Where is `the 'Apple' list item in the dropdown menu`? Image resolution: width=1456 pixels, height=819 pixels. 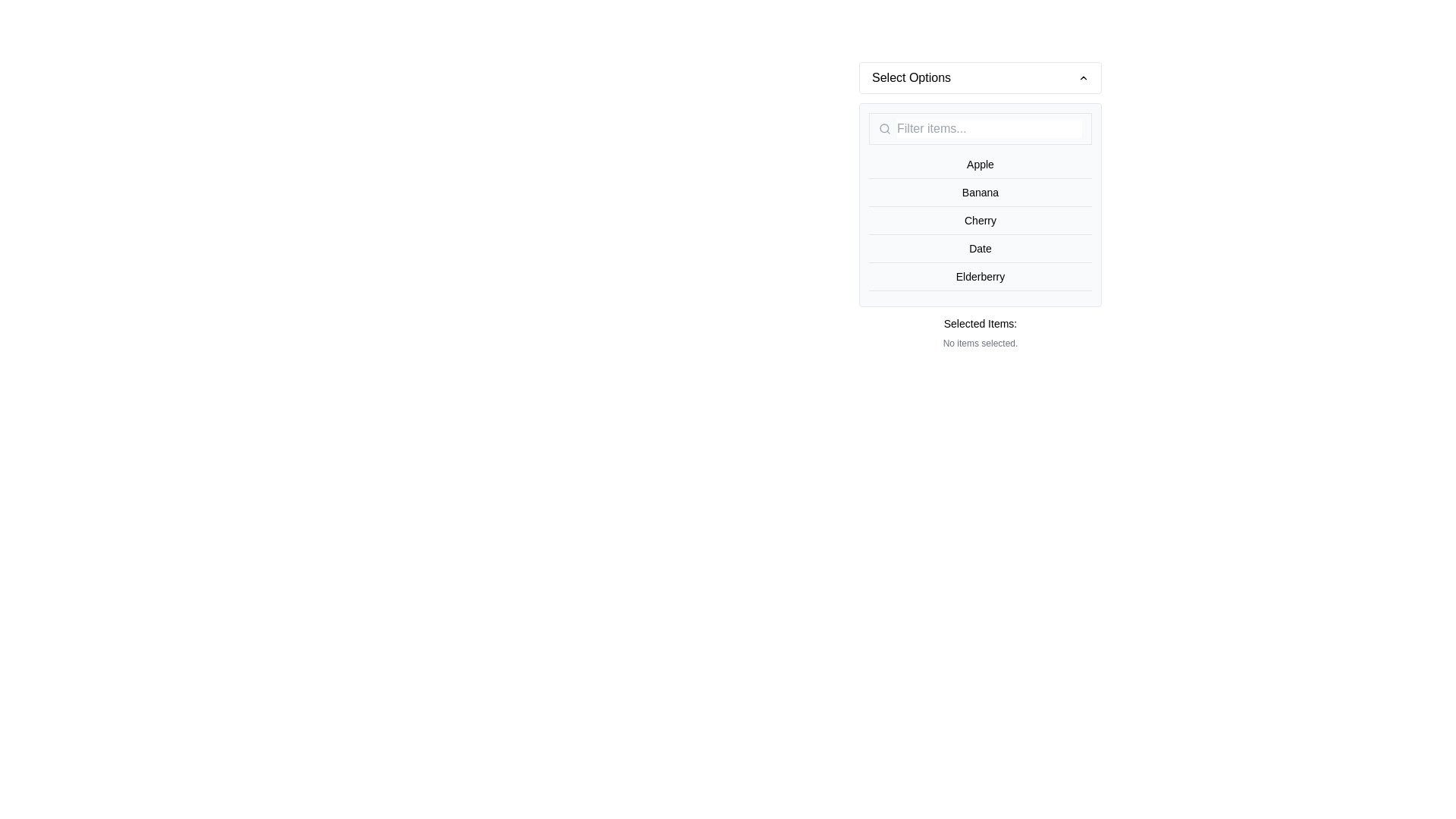
the 'Apple' list item in the dropdown menu is located at coordinates (980, 165).